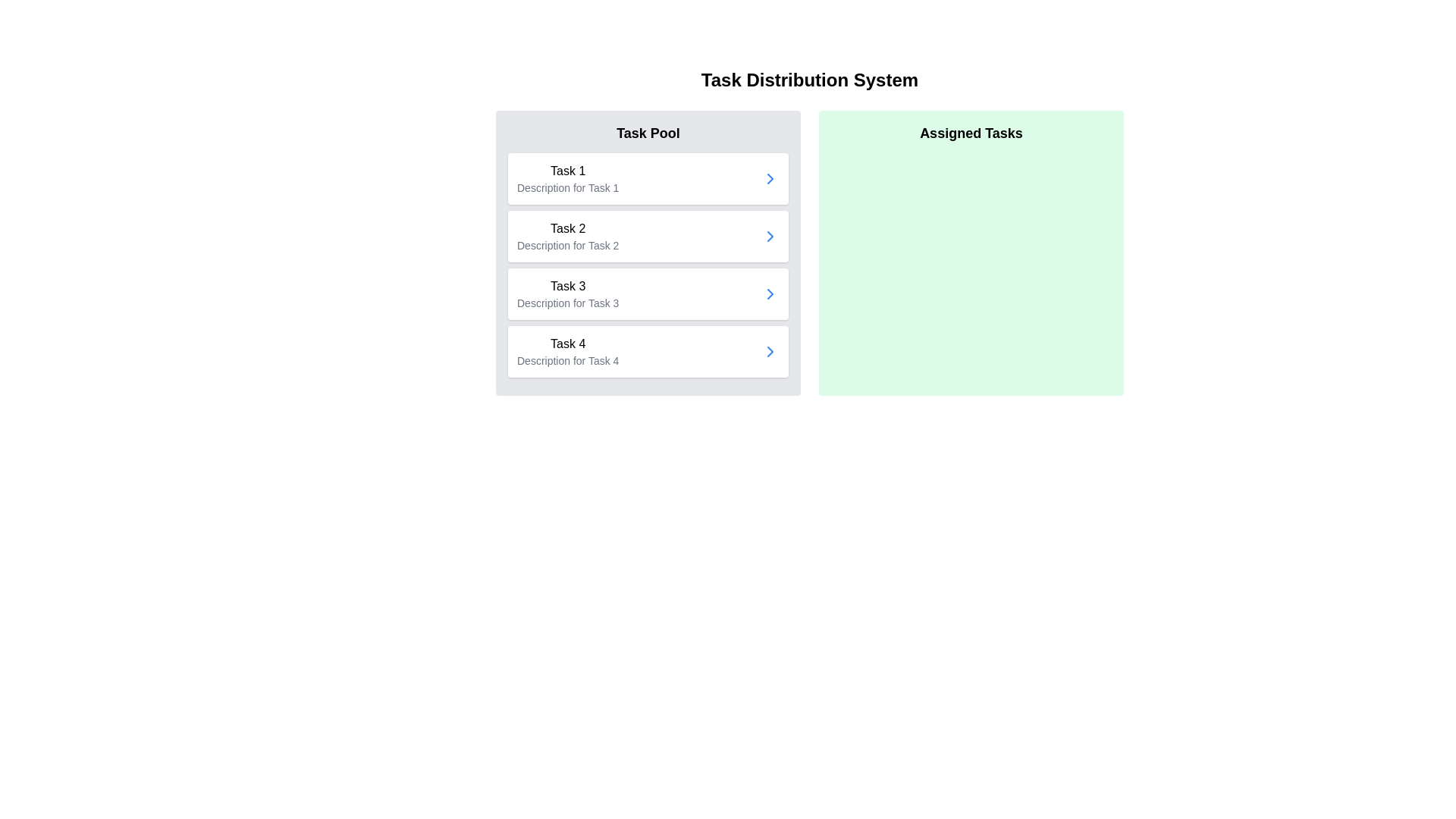 This screenshot has height=819, width=1456. I want to click on the text label that reads 'Task 2', which is styled with medium-sized, bold font and serves as the title for a task entry in the 'Task Pool' section, so click(567, 228).